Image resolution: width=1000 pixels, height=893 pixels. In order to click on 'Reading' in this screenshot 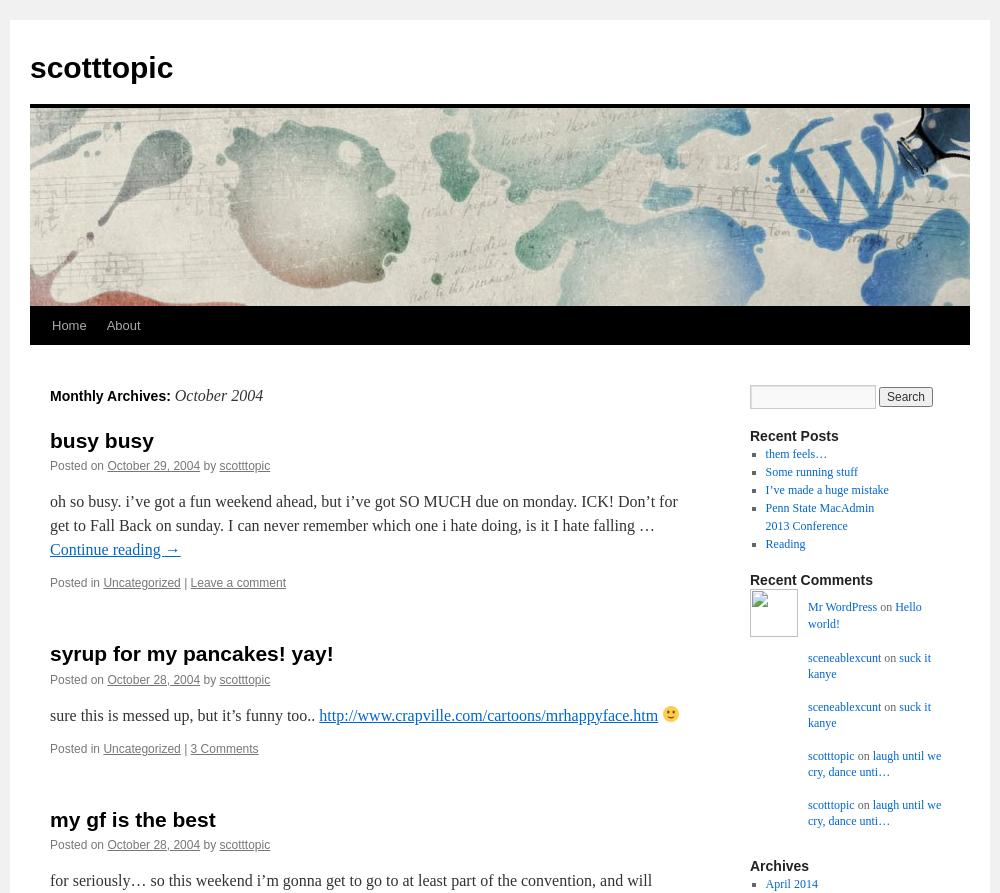, I will do `click(785, 543)`.